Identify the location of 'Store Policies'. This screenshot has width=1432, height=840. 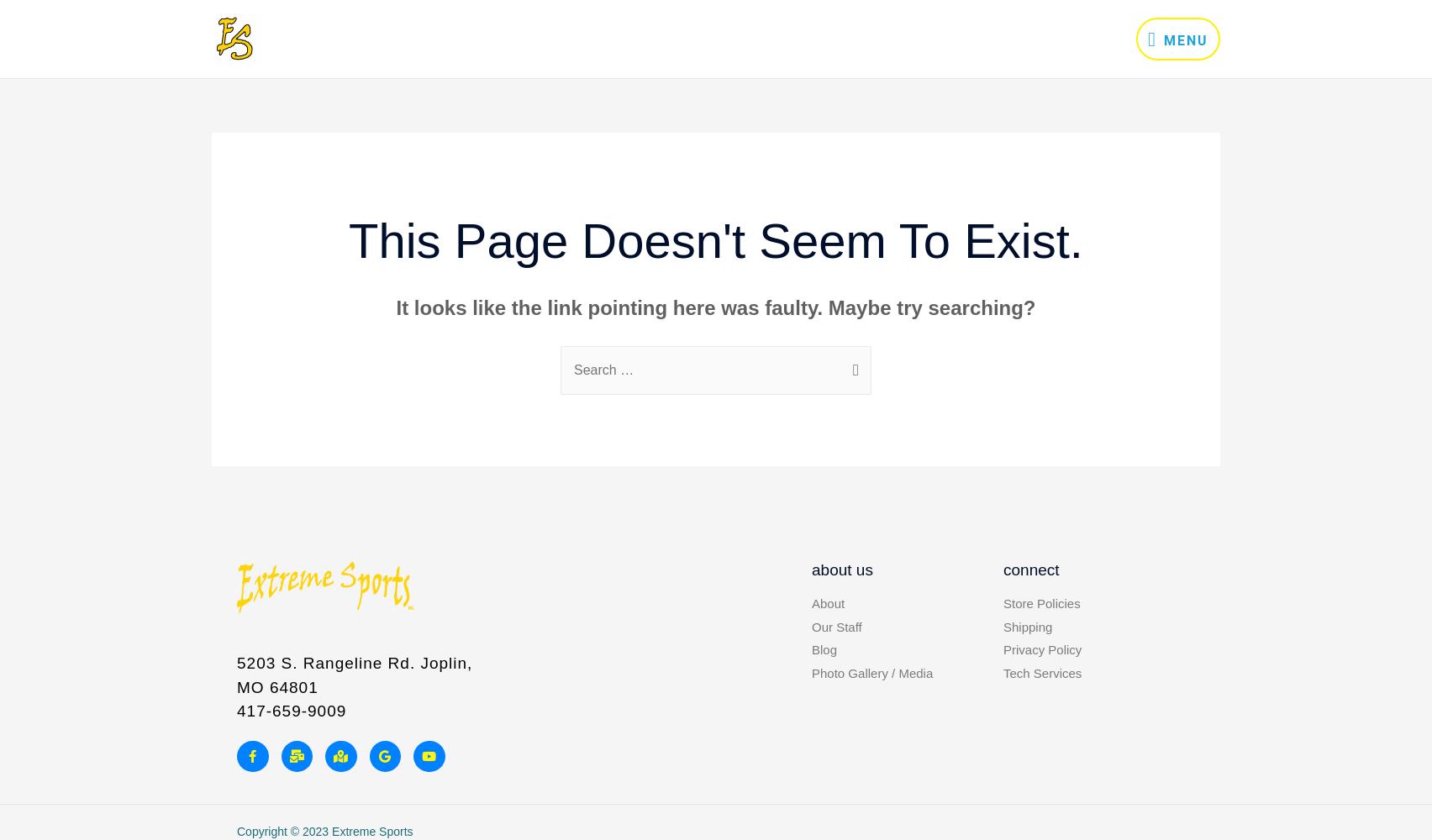
(1040, 602).